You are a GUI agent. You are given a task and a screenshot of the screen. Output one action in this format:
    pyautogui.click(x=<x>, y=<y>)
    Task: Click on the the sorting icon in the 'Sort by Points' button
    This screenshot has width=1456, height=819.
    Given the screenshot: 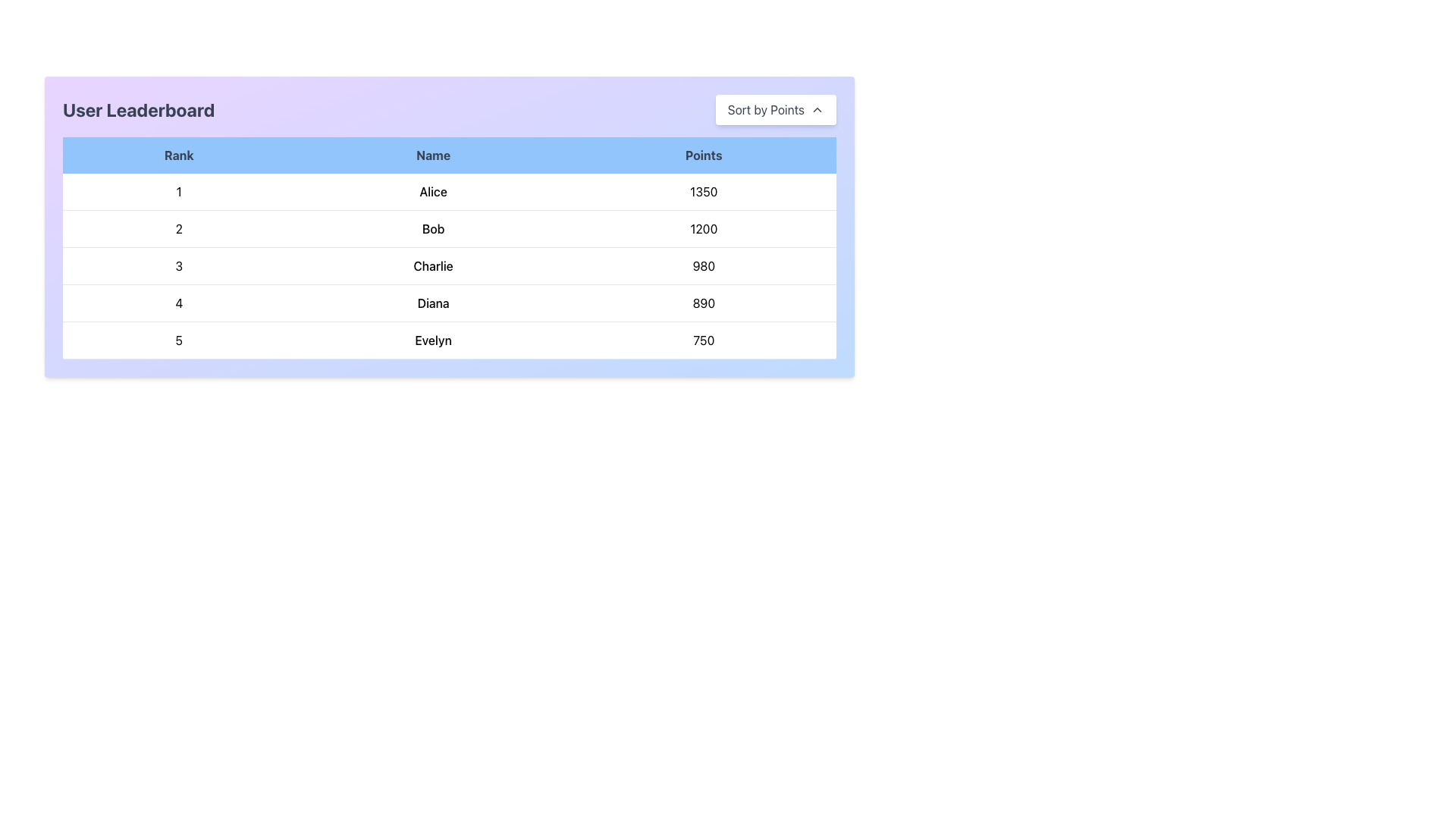 What is the action you would take?
    pyautogui.click(x=817, y=109)
    